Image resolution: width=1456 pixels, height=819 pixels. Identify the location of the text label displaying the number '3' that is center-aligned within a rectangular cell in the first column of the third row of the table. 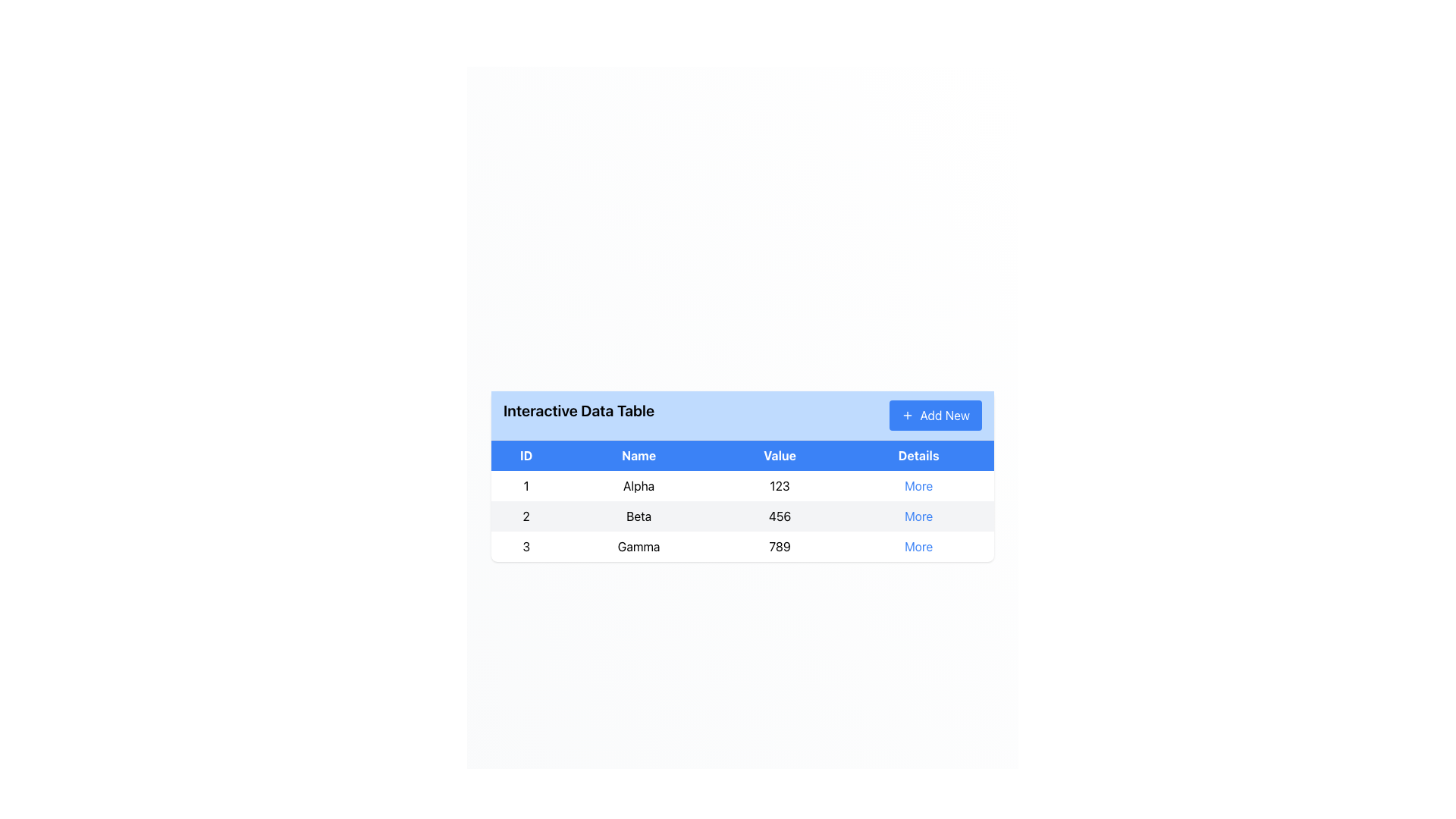
(526, 546).